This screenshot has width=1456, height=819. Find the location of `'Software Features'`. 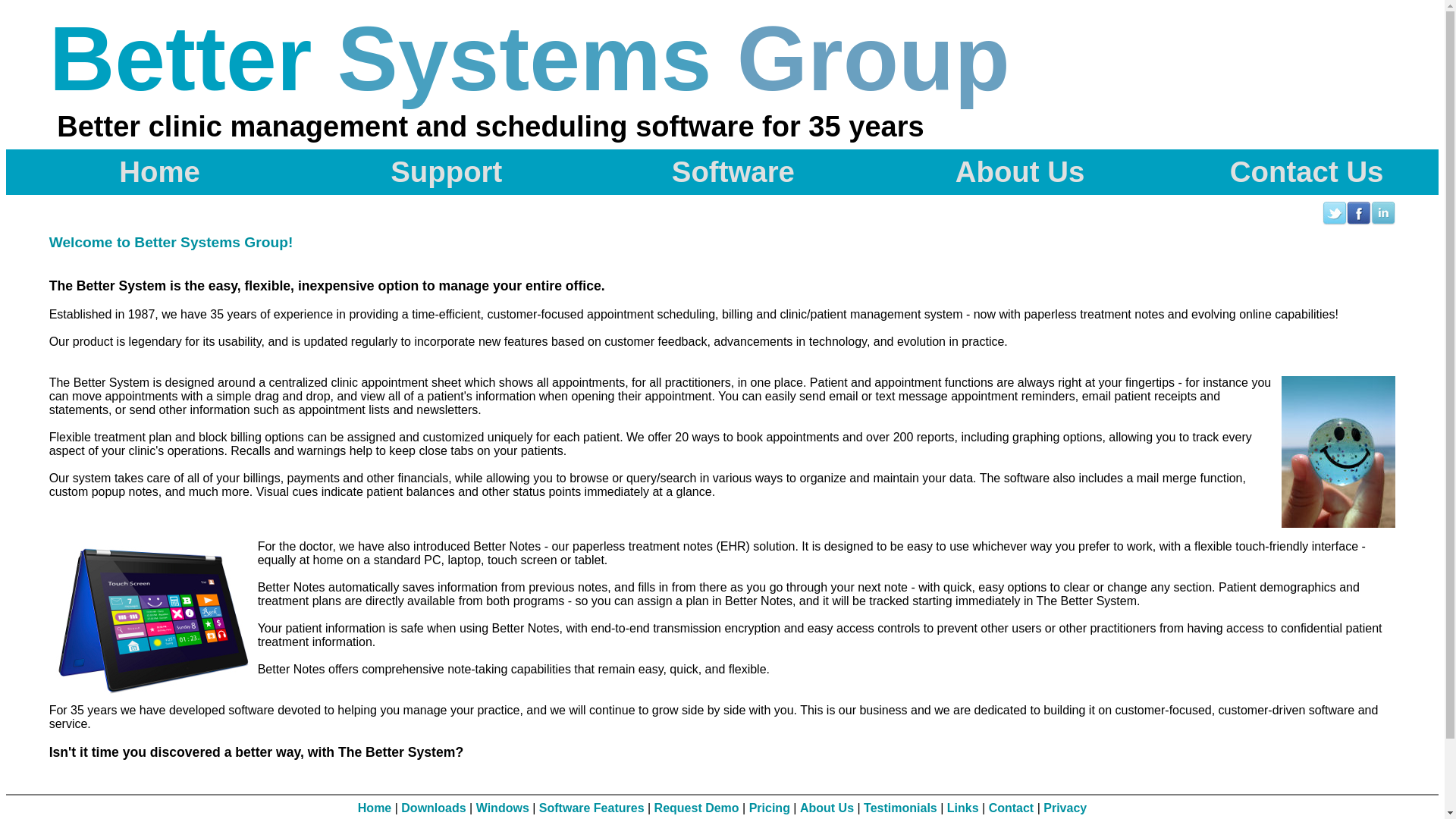

'Software Features' is located at coordinates (591, 807).